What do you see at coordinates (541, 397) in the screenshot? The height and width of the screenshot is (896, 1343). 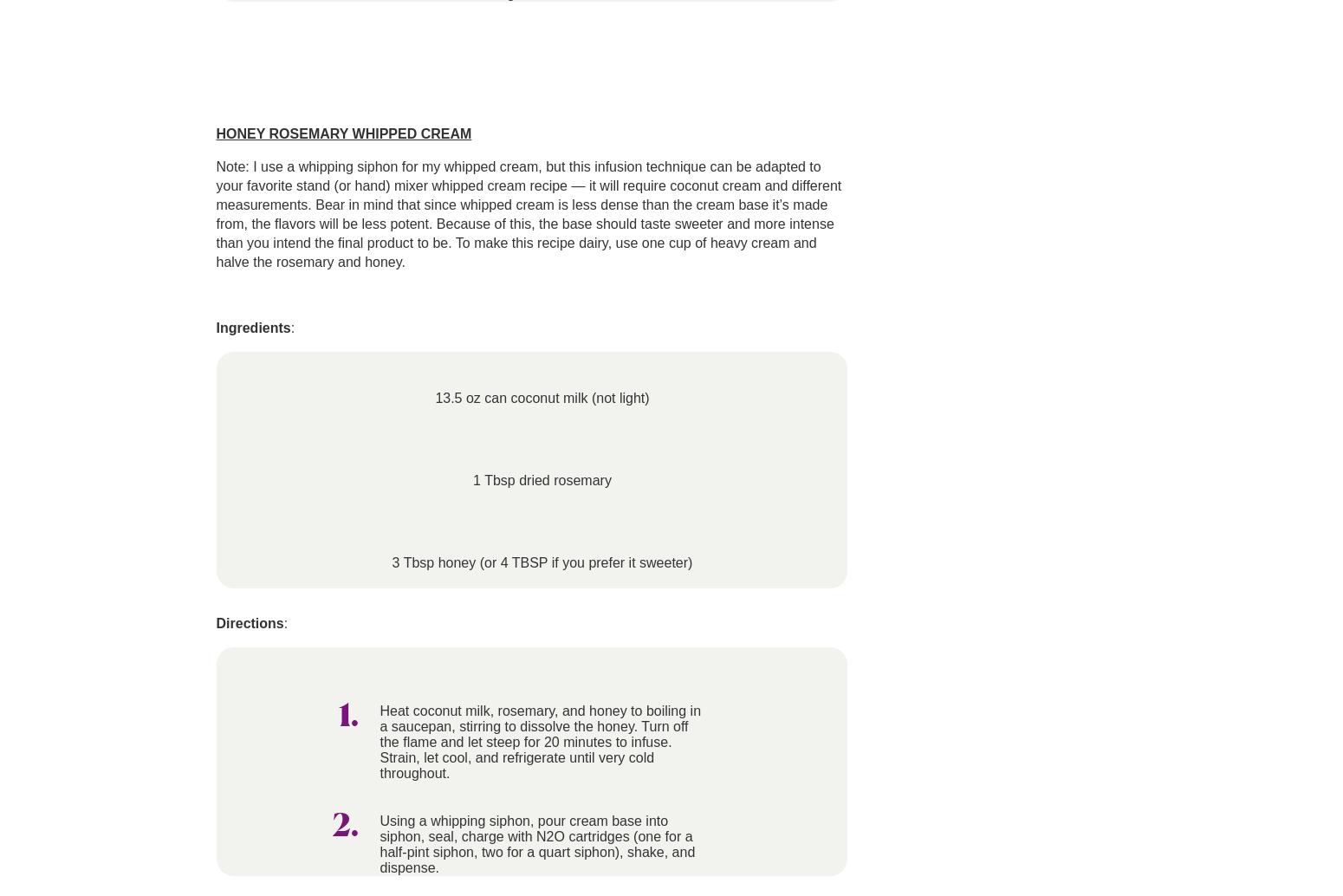 I see `'13.5 oz can coconut milk (not light)'` at bounding box center [541, 397].